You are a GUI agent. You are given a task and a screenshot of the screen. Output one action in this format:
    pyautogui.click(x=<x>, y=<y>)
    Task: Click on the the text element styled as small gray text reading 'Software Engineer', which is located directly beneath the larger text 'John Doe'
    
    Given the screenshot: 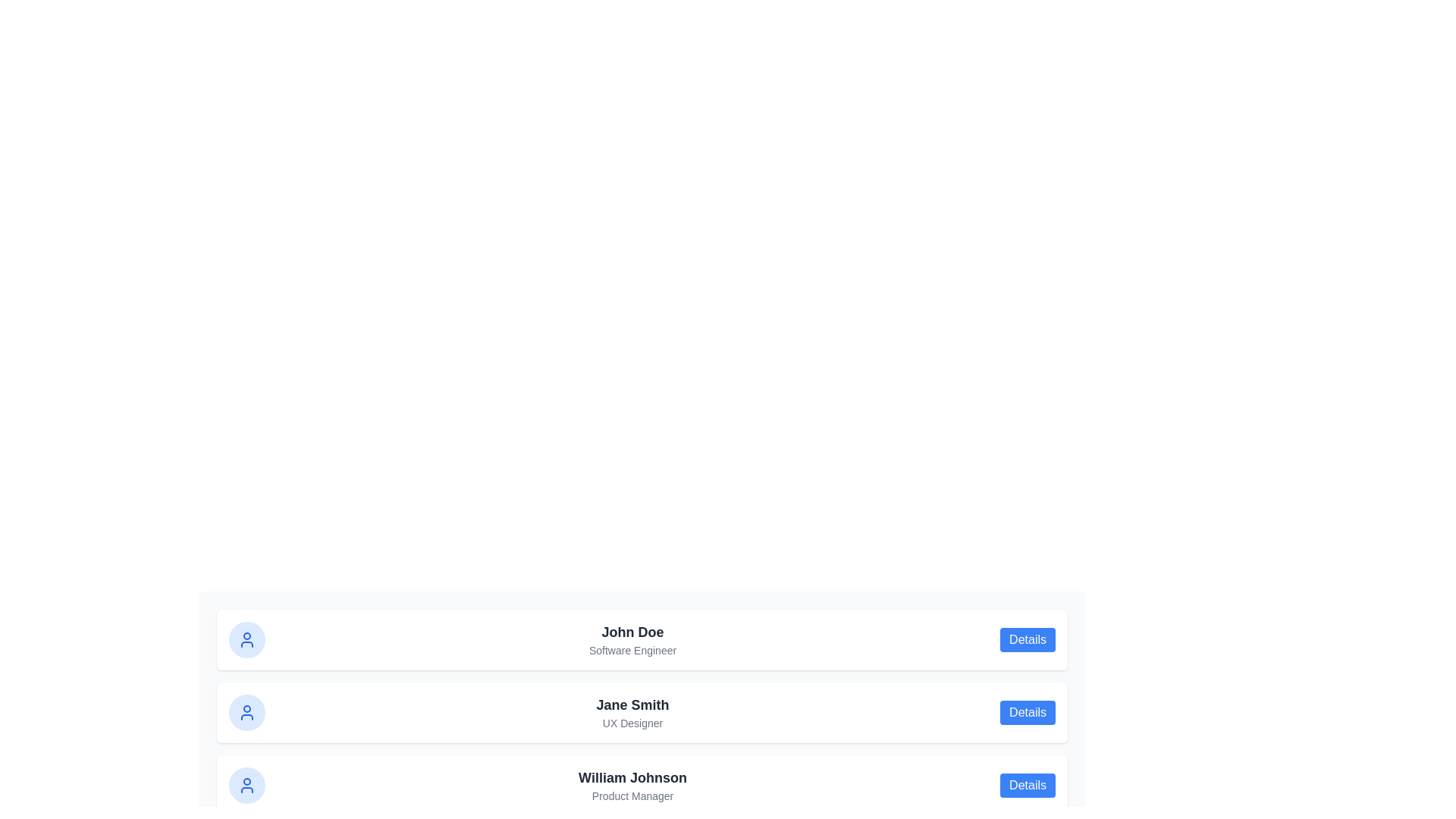 What is the action you would take?
    pyautogui.click(x=632, y=649)
    